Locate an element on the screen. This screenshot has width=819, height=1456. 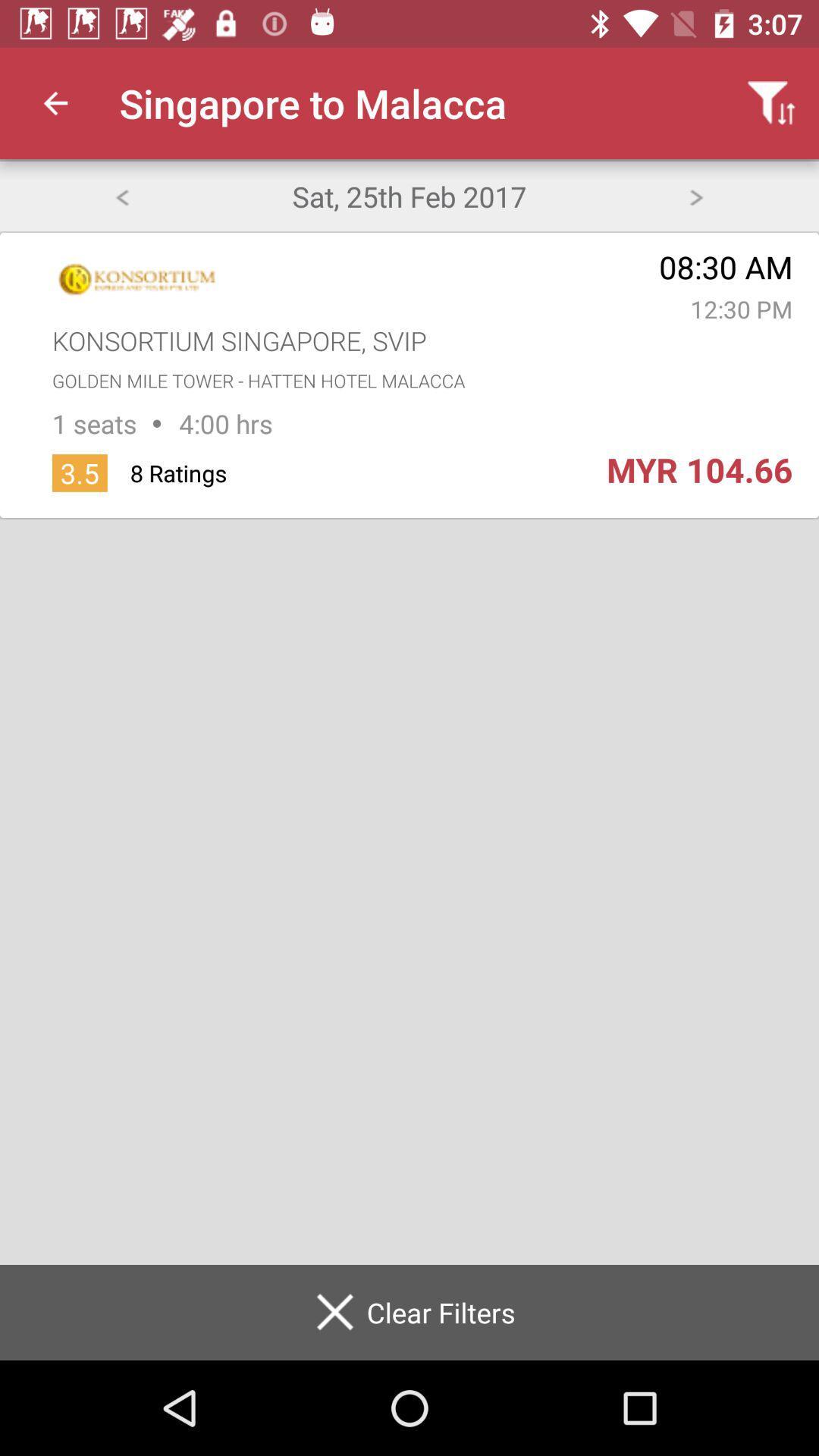
icon next to the sat 25th feb item is located at coordinates (696, 195).